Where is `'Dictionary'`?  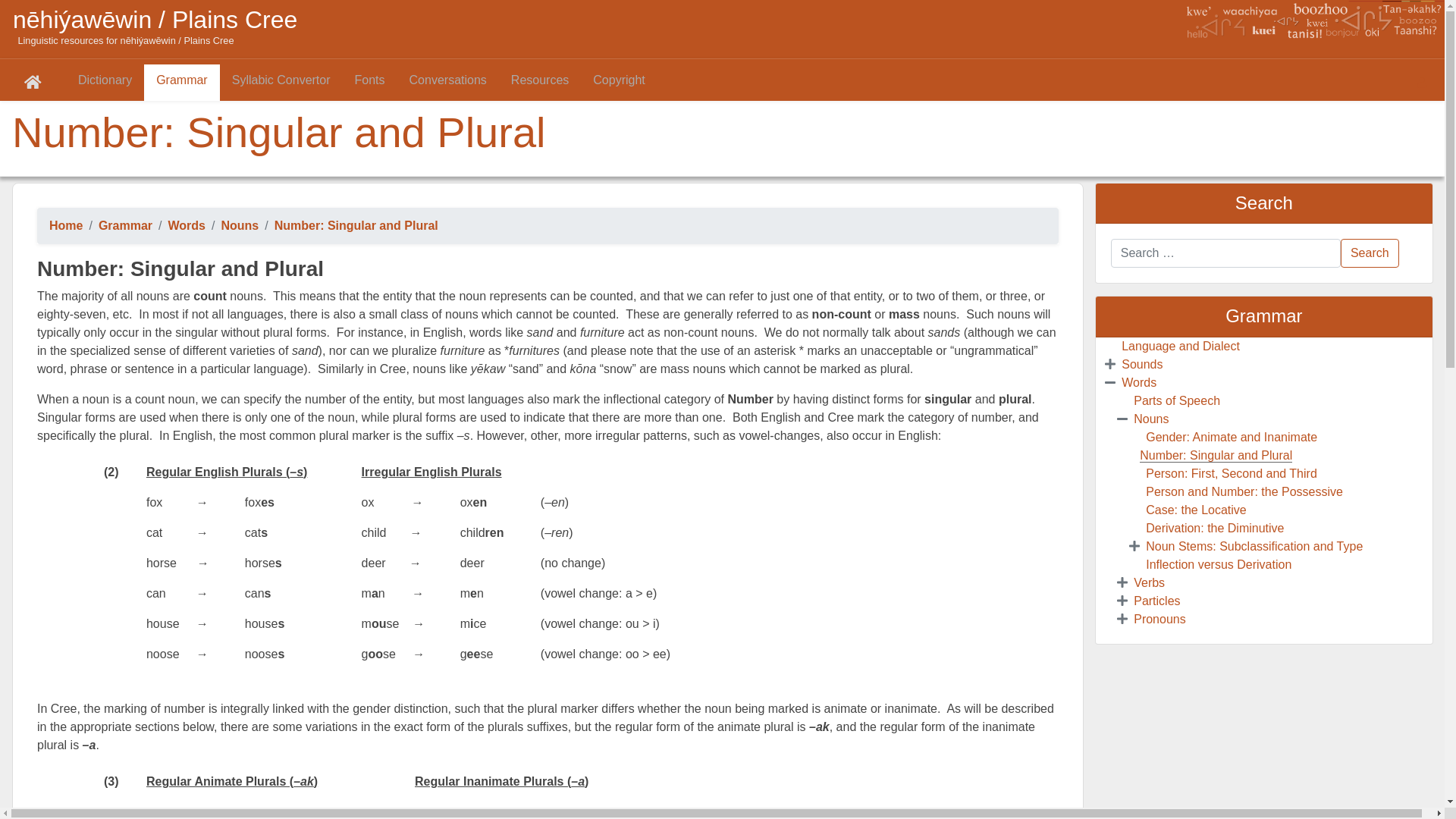
'Dictionary' is located at coordinates (104, 82).